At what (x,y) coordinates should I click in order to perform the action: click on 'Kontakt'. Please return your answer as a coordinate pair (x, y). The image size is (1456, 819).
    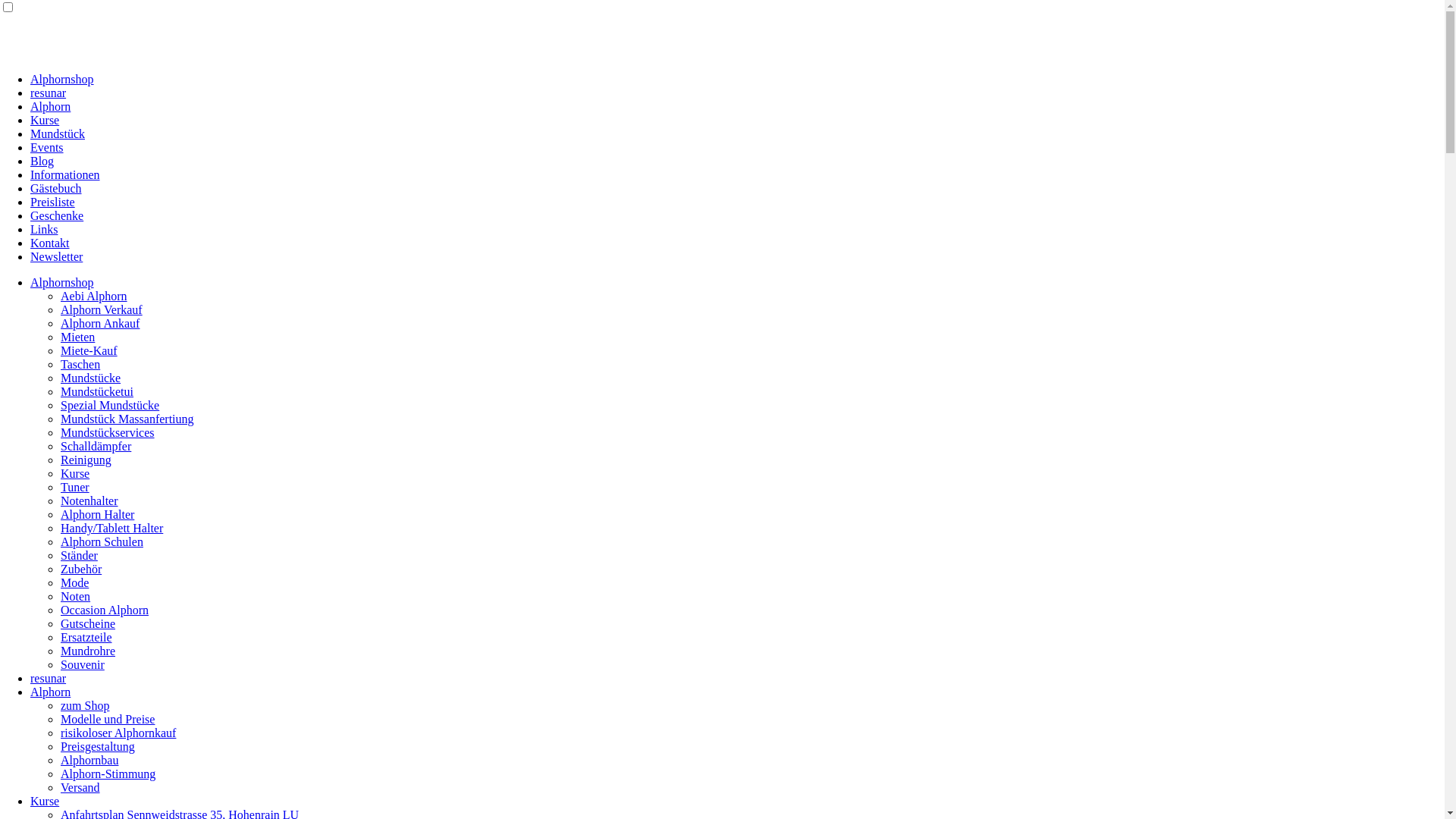
    Looking at the image, I should click on (30, 242).